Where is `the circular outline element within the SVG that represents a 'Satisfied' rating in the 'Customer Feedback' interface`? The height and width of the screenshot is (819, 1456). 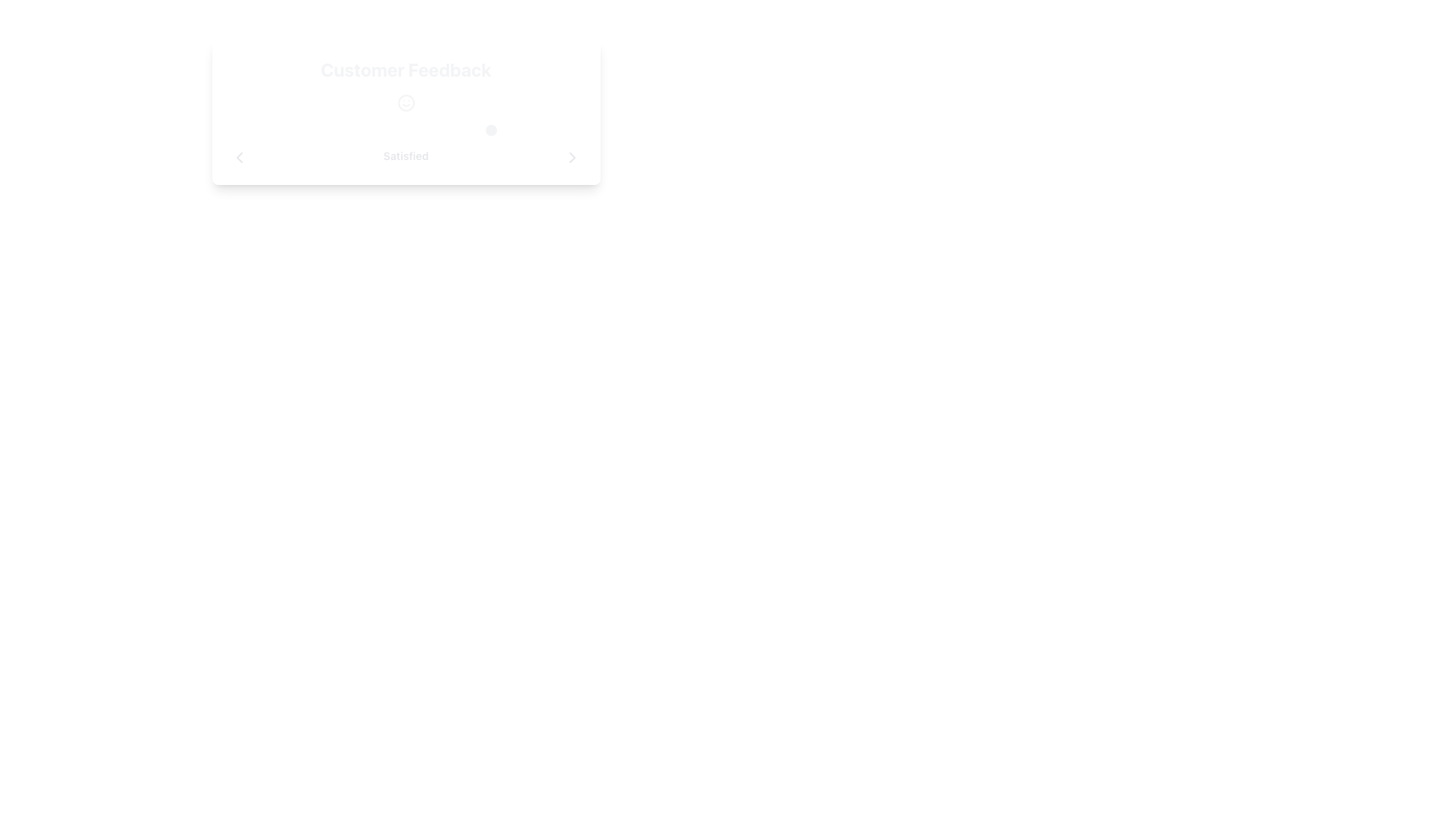
the circular outline element within the SVG that represents a 'Satisfied' rating in the 'Customer Feedback' interface is located at coordinates (406, 102).